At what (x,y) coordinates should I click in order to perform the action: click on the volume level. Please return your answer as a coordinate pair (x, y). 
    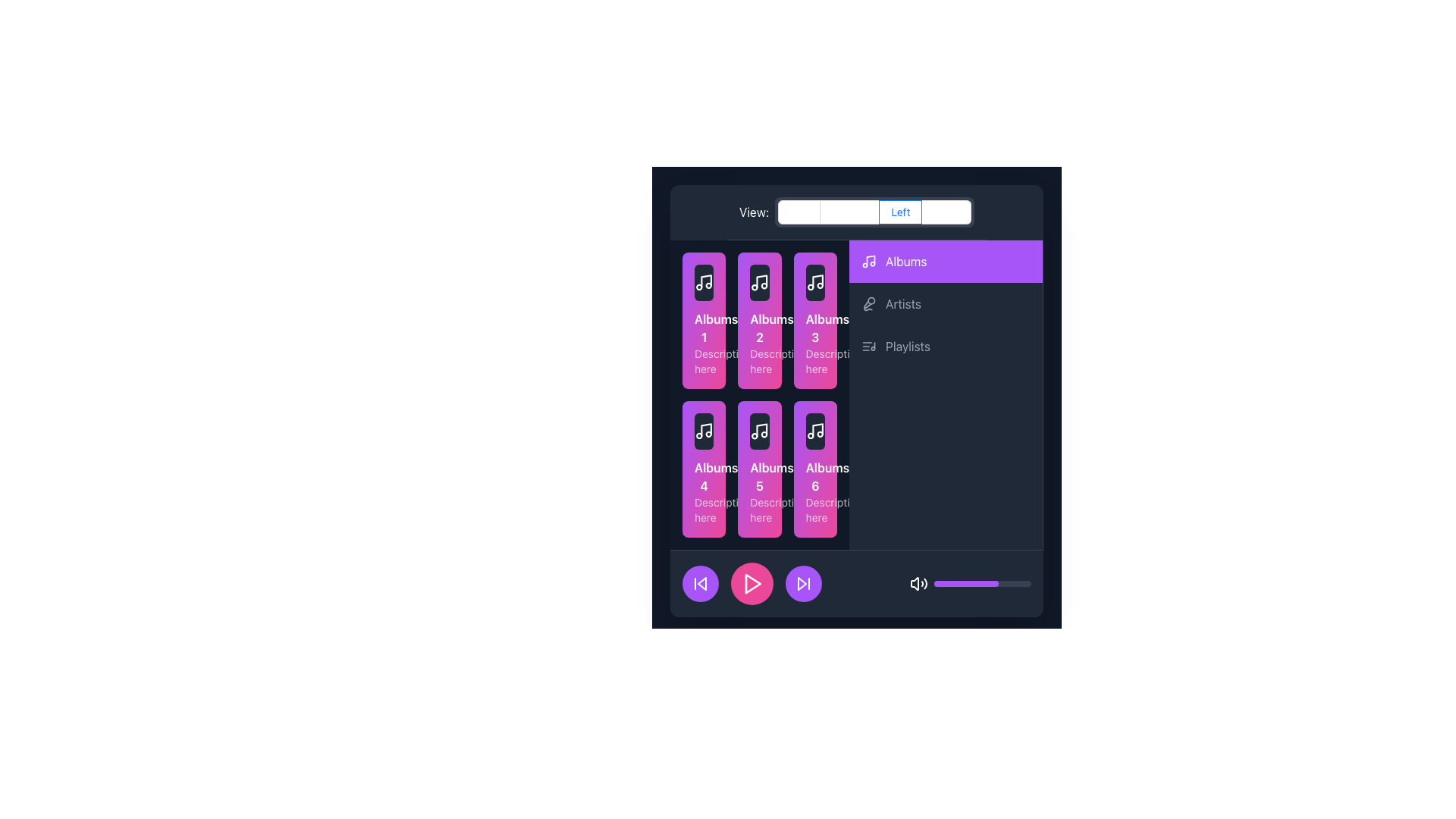
    Looking at the image, I should click on (1027, 583).